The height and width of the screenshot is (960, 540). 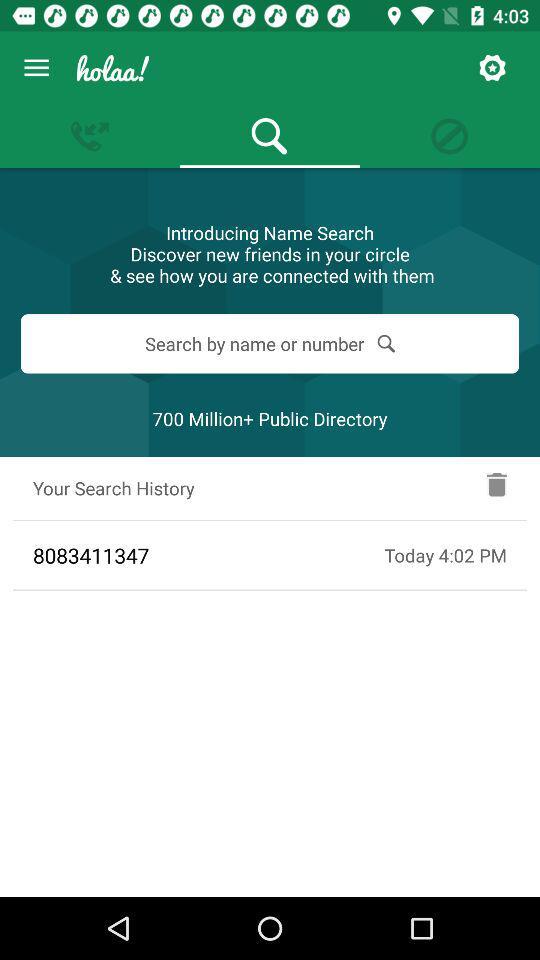 I want to click on settings, so click(x=491, y=68).